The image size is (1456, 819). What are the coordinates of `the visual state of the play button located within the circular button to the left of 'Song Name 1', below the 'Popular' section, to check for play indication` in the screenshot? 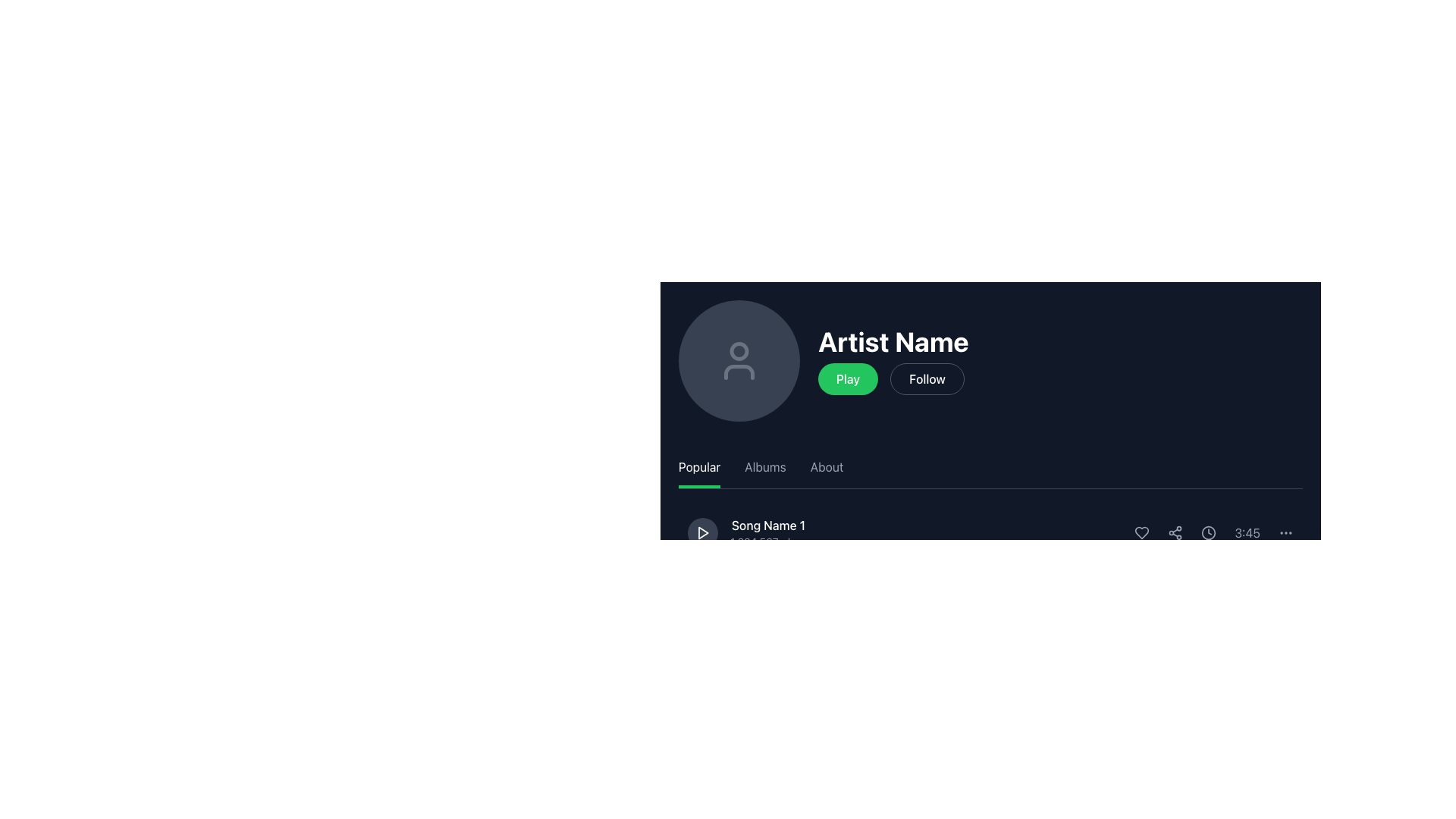 It's located at (701, 532).